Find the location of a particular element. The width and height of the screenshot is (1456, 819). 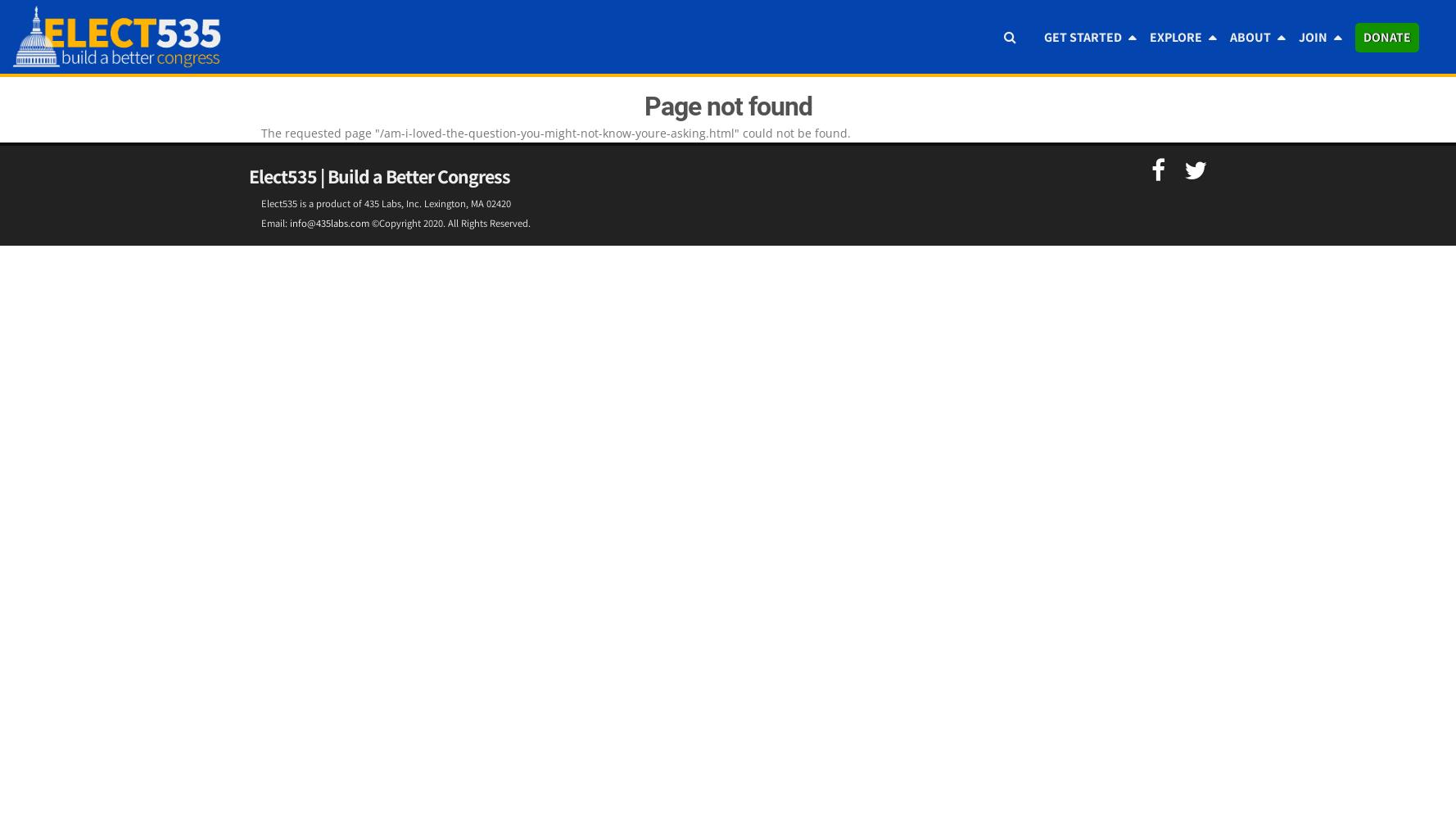

'Elect535 is a product of 435 Labs, Inc. Lexington, MA 02420' is located at coordinates (386, 202).